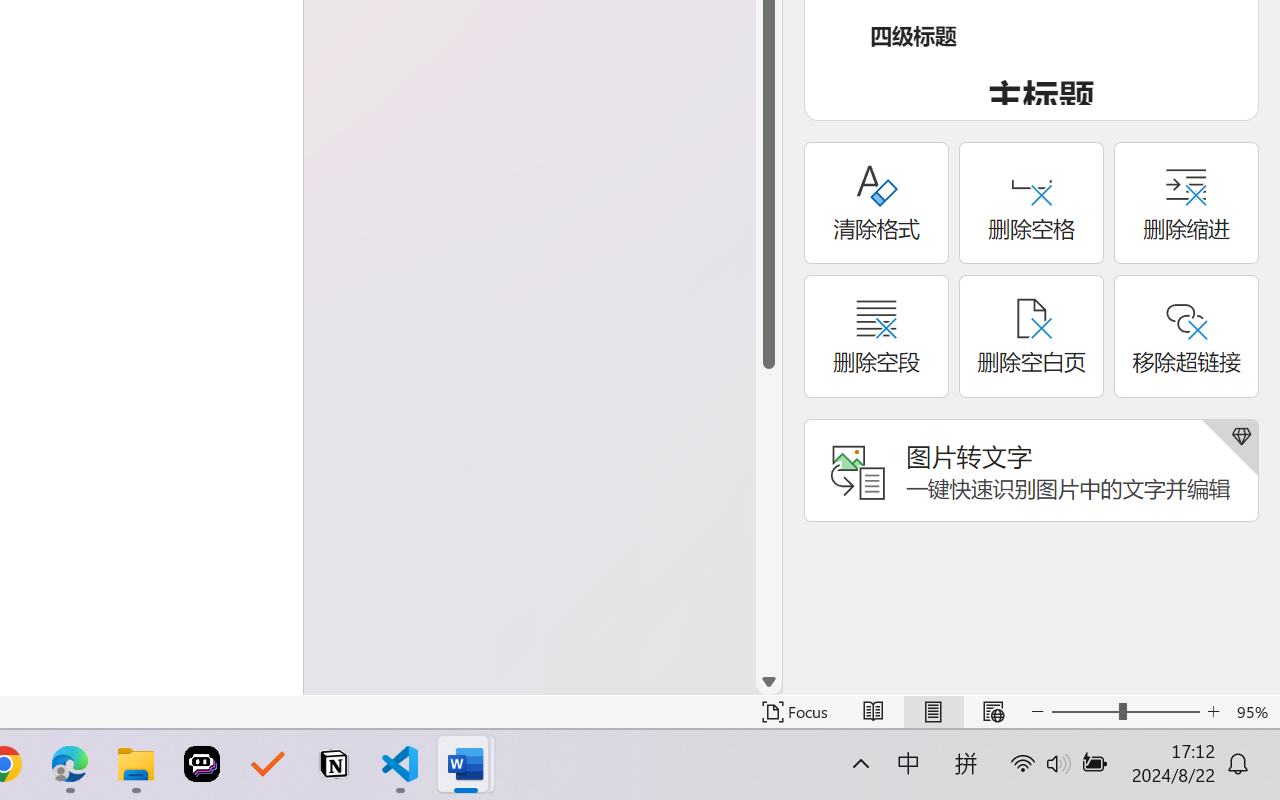 The width and height of the screenshot is (1280, 800). I want to click on 'Line down', so click(768, 682).